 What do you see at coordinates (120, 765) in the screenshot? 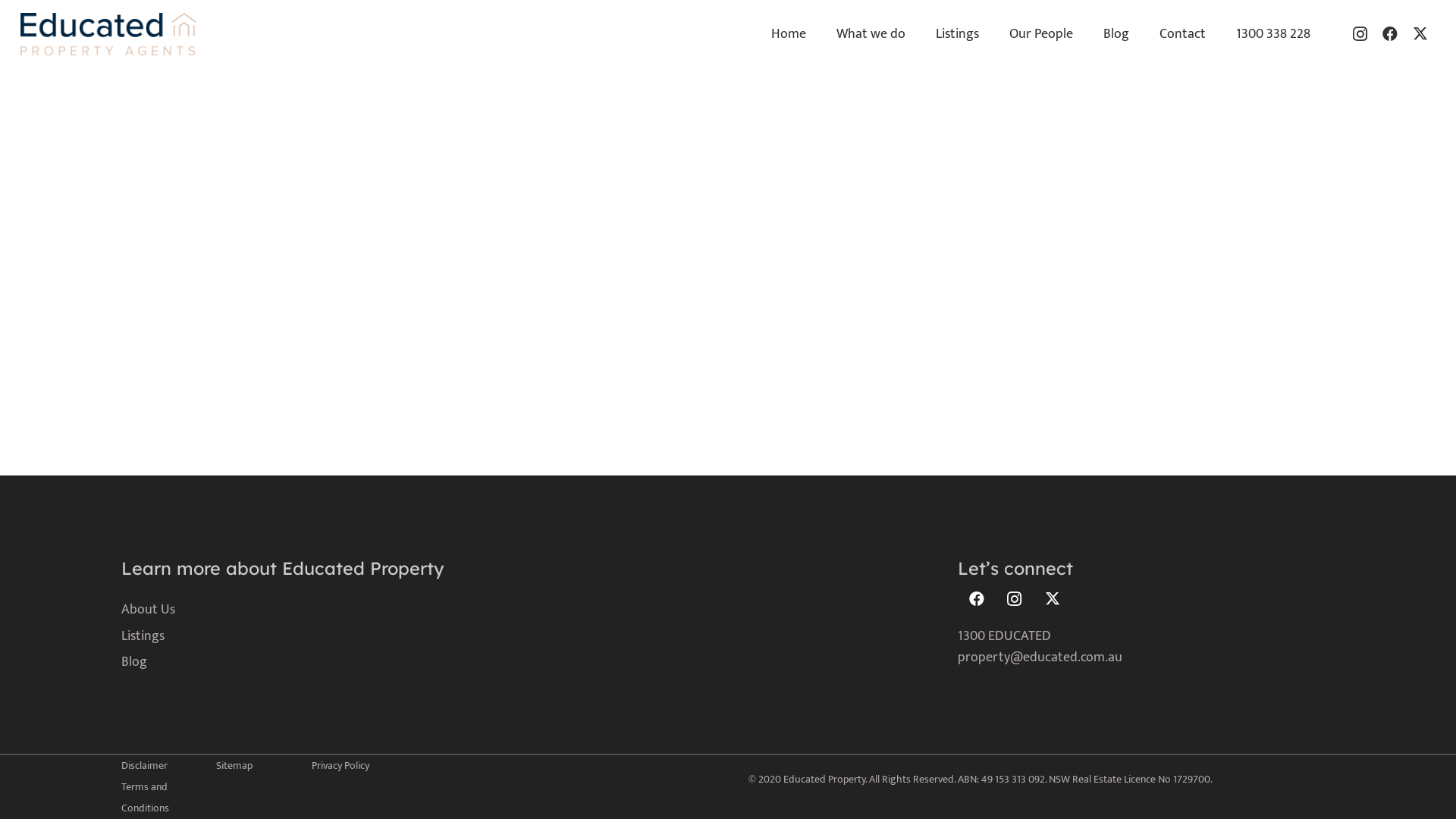
I see `'Disclaimer'` at bounding box center [120, 765].